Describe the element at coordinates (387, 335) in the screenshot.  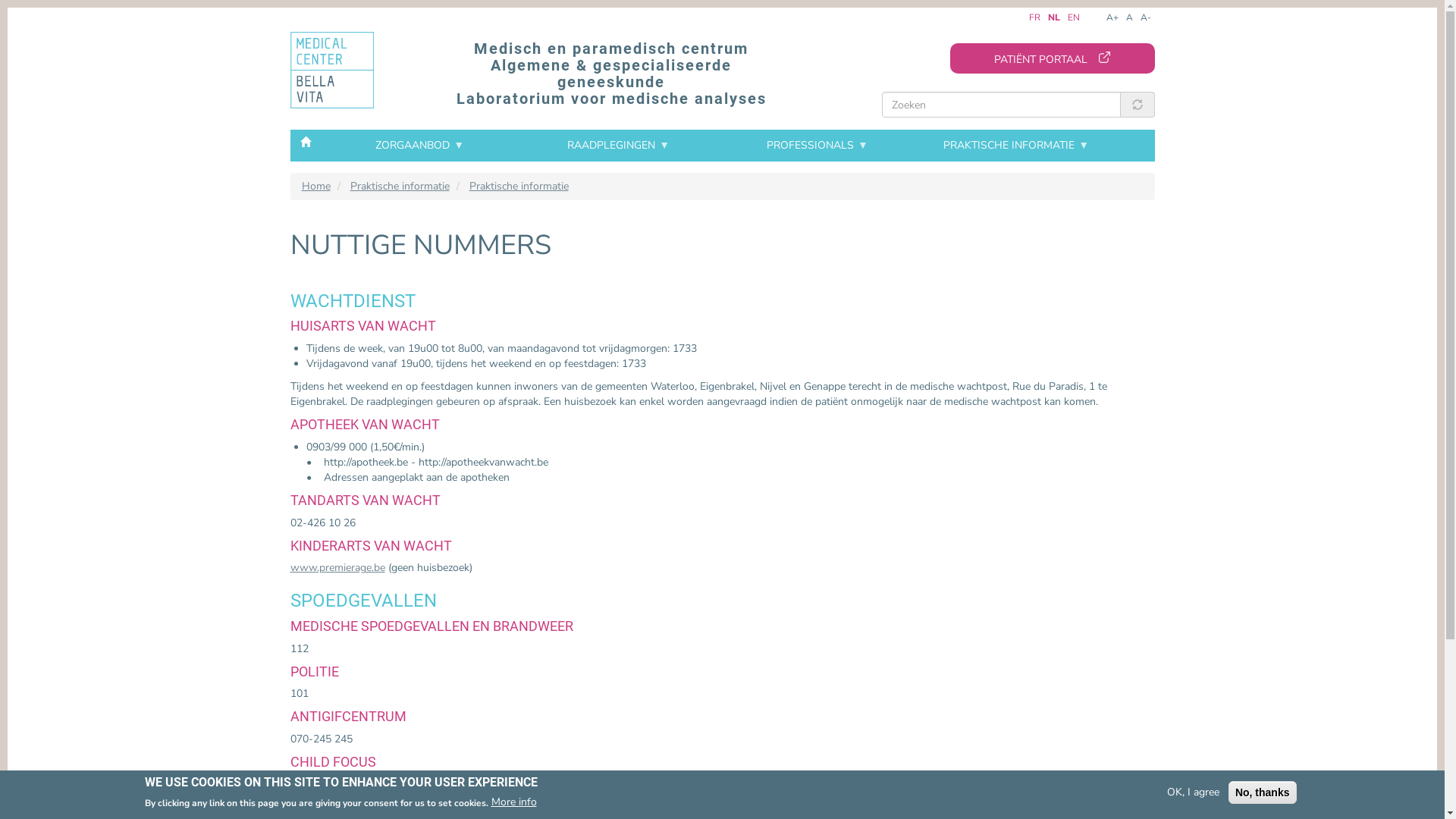
I see `'VEELGESTELDE VRAGEN'` at that location.